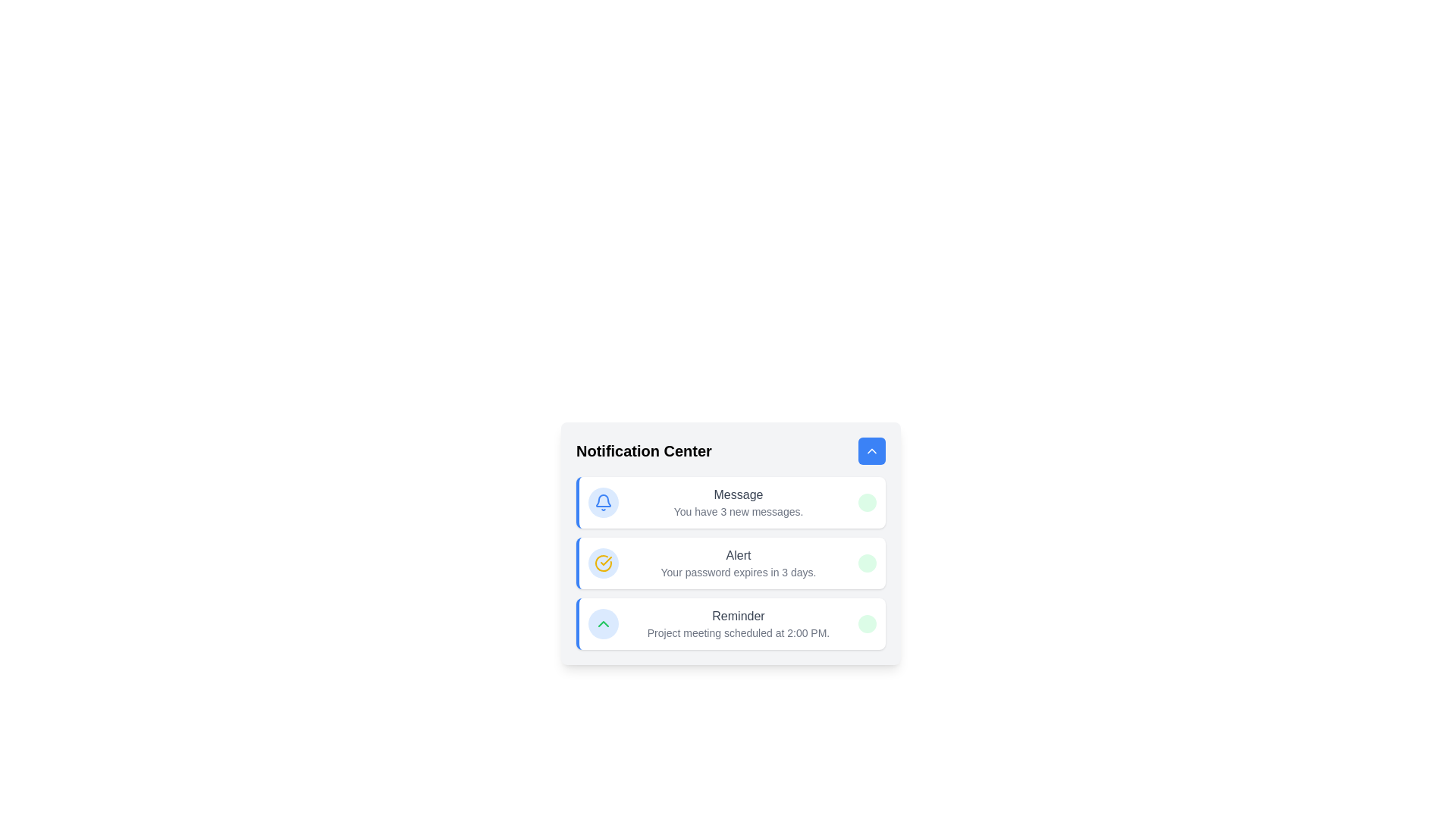 Image resolution: width=1456 pixels, height=819 pixels. I want to click on the graphical checkmark icon within the circular icon in the notification center of the 'Alert' notification card, so click(605, 561).